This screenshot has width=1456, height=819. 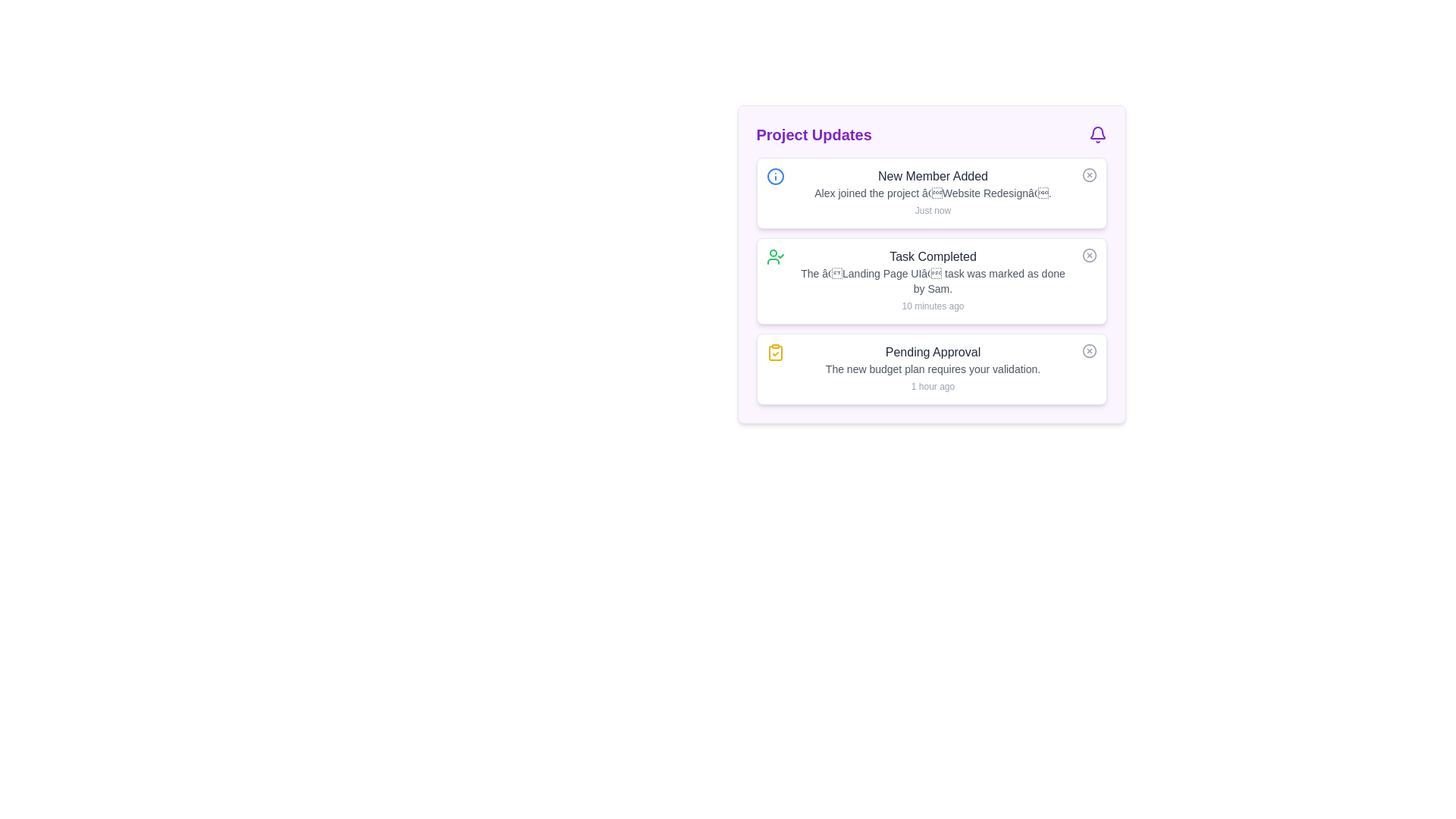 What do you see at coordinates (775, 256) in the screenshot?
I see `the success icon in the 'Project Updates' section, located in the second notification card from the top, next to the title 'Task Completed'` at bounding box center [775, 256].